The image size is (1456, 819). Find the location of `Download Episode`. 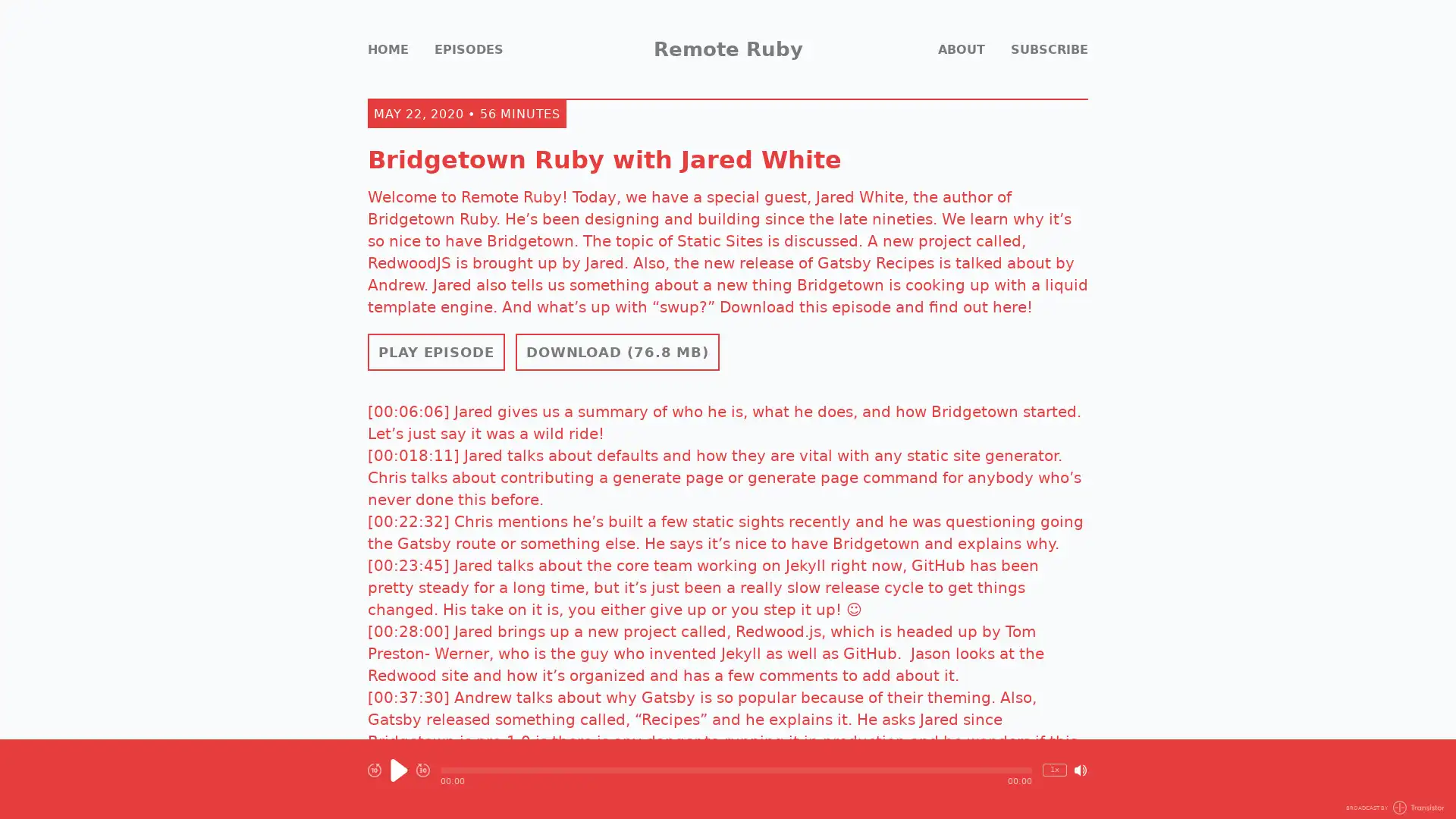

Download Episode is located at coordinates (617, 352).